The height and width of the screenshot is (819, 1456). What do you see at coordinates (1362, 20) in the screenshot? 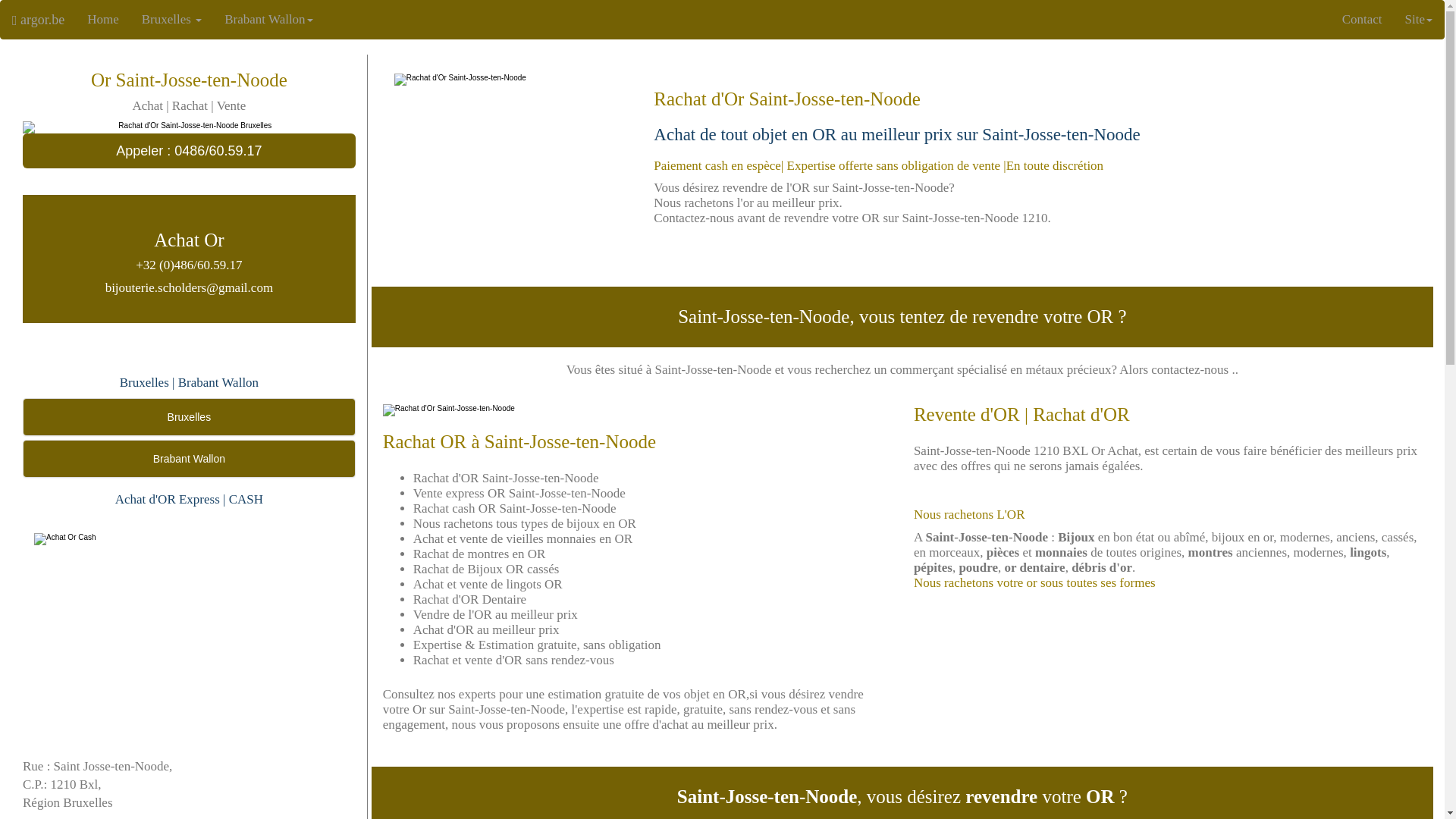
I see `'Contact'` at bounding box center [1362, 20].